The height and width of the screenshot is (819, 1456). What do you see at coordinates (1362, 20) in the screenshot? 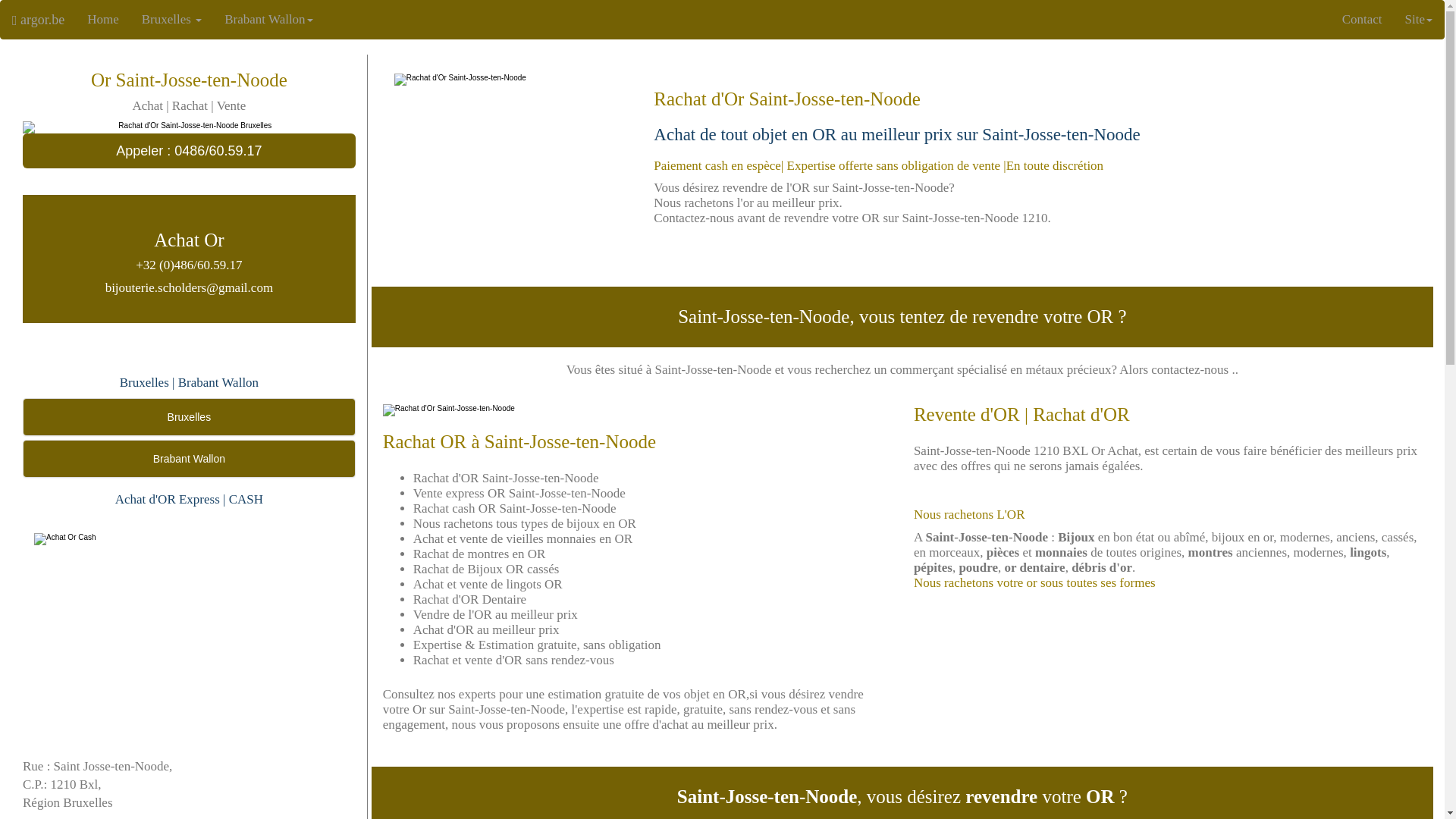
I see `'Contact'` at bounding box center [1362, 20].